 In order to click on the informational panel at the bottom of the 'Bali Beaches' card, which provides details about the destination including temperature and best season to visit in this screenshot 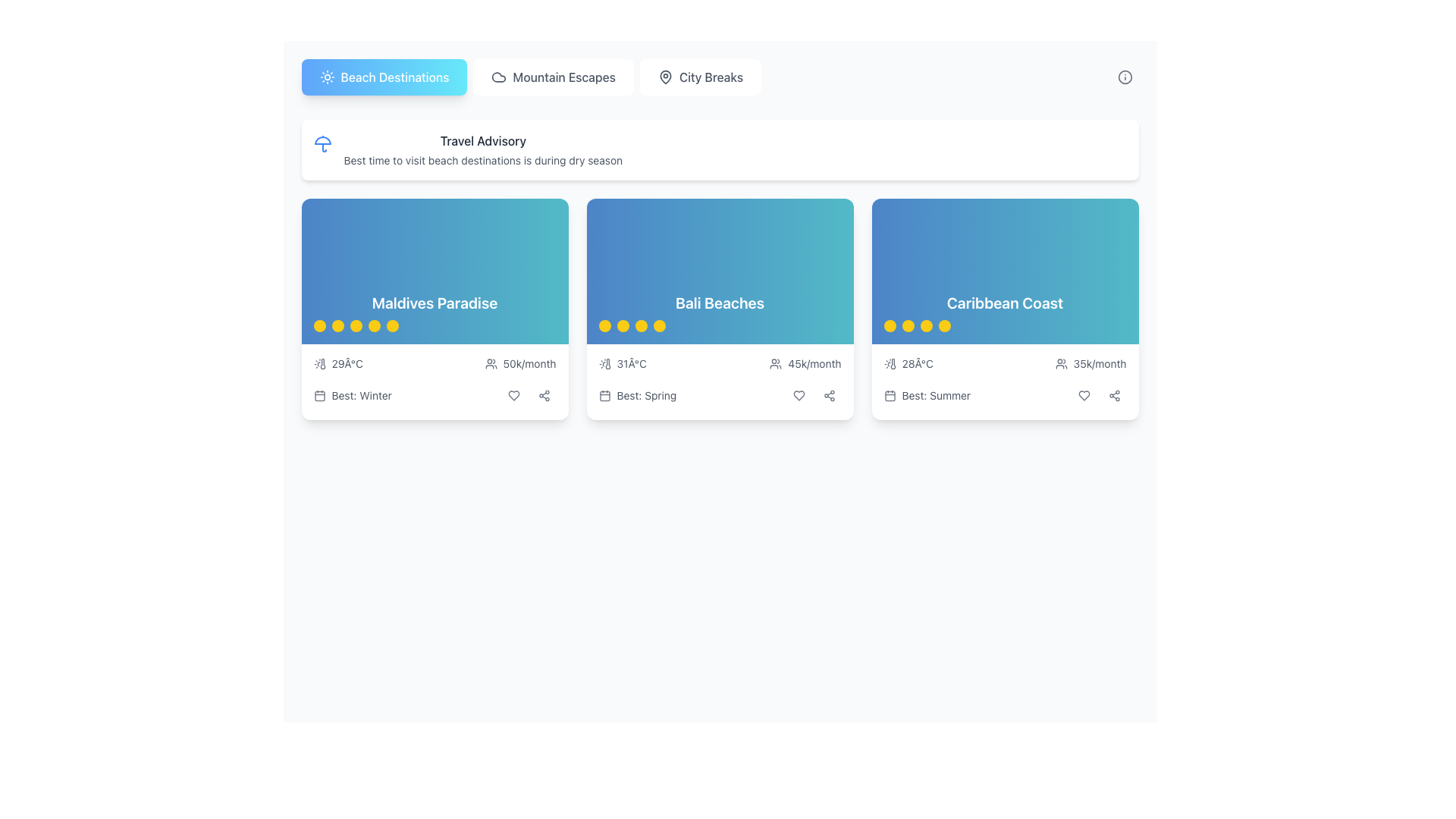, I will do `click(719, 381)`.